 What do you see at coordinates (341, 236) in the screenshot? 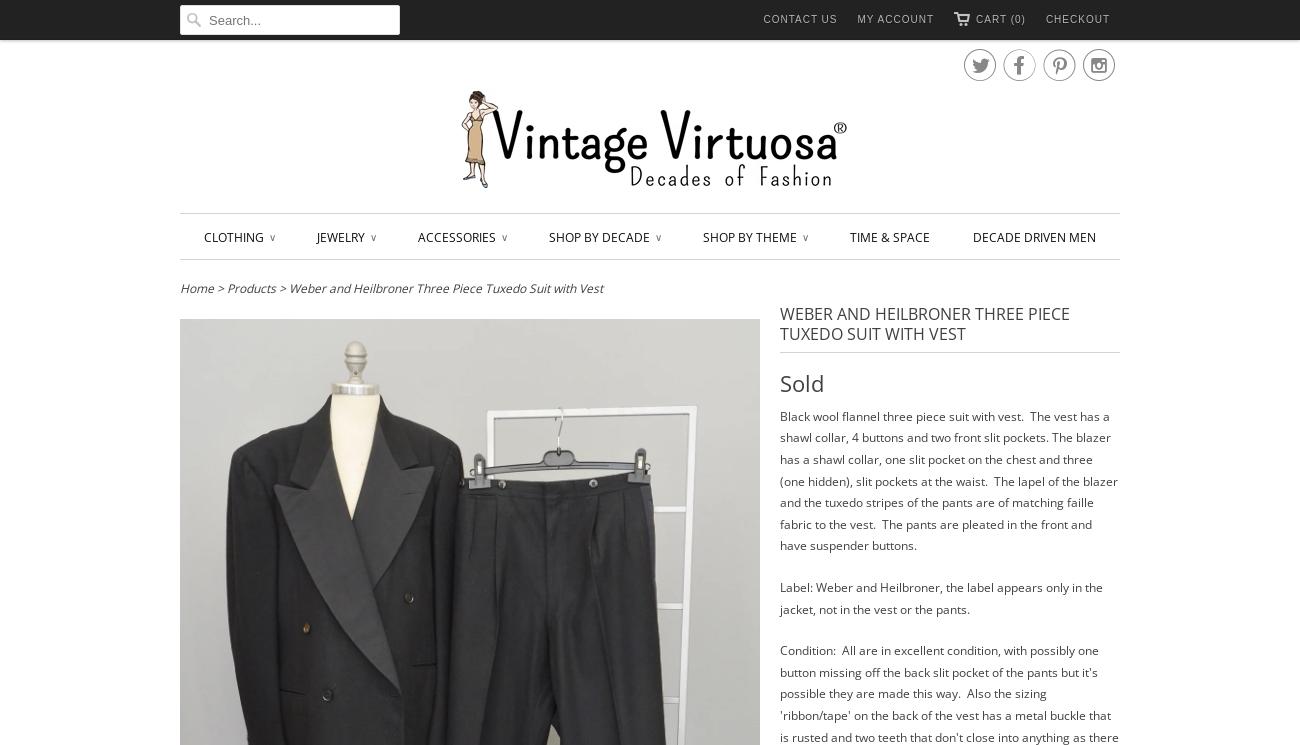
I see `'Jewelry'` at bounding box center [341, 236].